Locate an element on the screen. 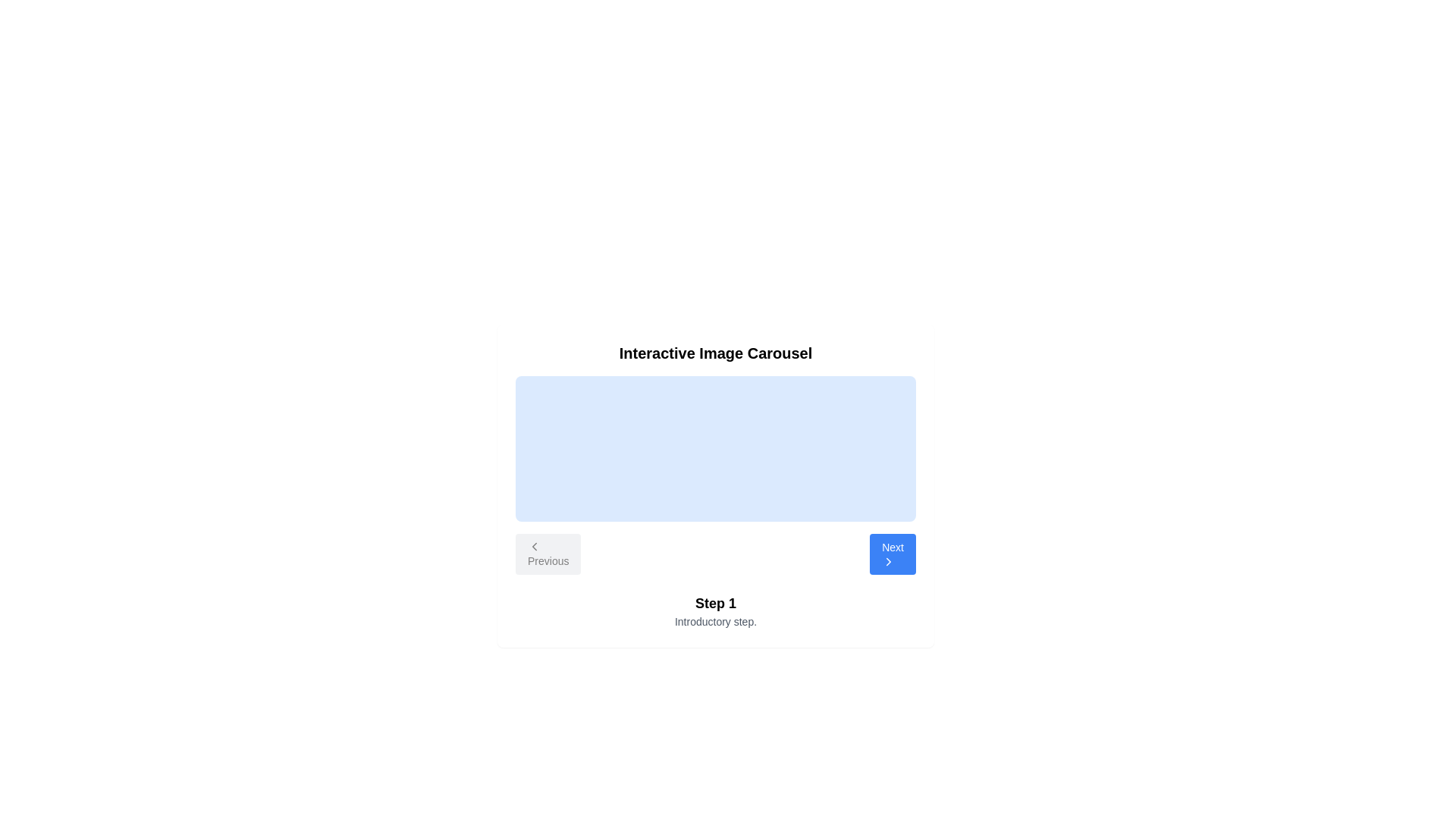 This screenshot has width=1456, height=819. the navigational icon next to the 'Next' button, which indicates forward progression in the sequence is located at coordinates (889, 561).